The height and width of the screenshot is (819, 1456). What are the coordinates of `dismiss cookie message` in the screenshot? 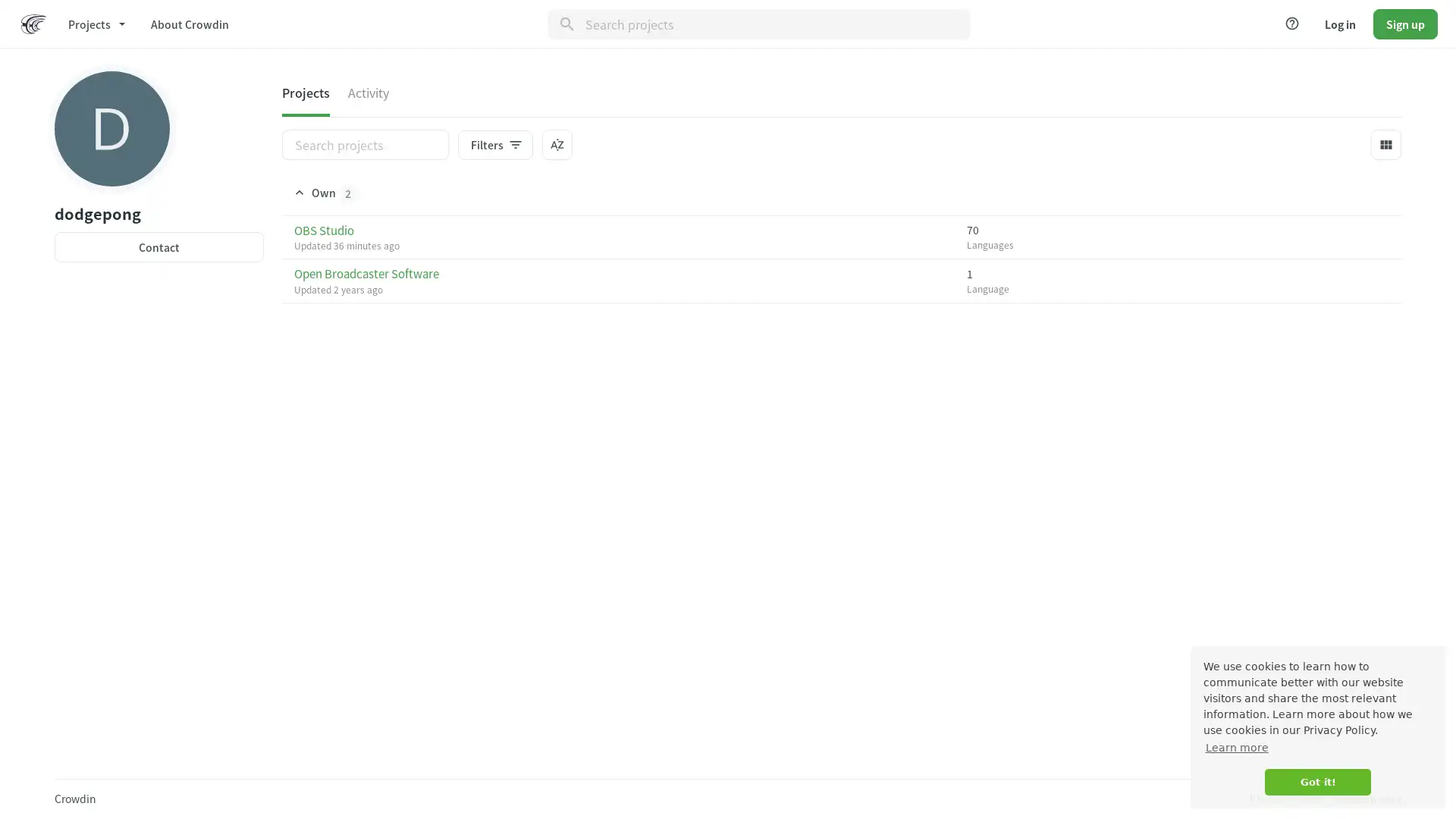 It's located at (1316, 782).